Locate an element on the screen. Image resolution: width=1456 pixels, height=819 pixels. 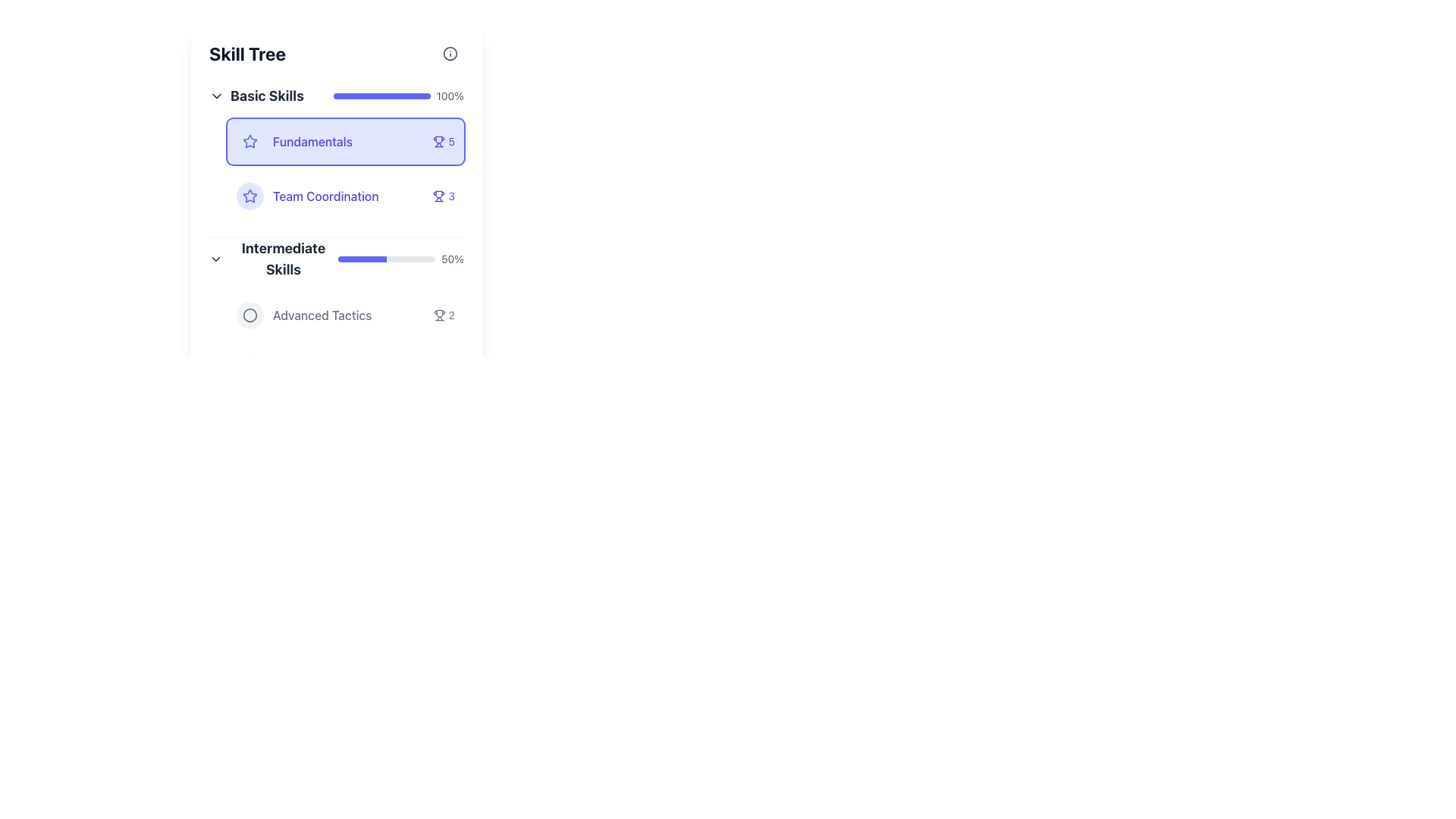
the 'Basic Skills' collapsible section header is located at coordinates (256, 96).